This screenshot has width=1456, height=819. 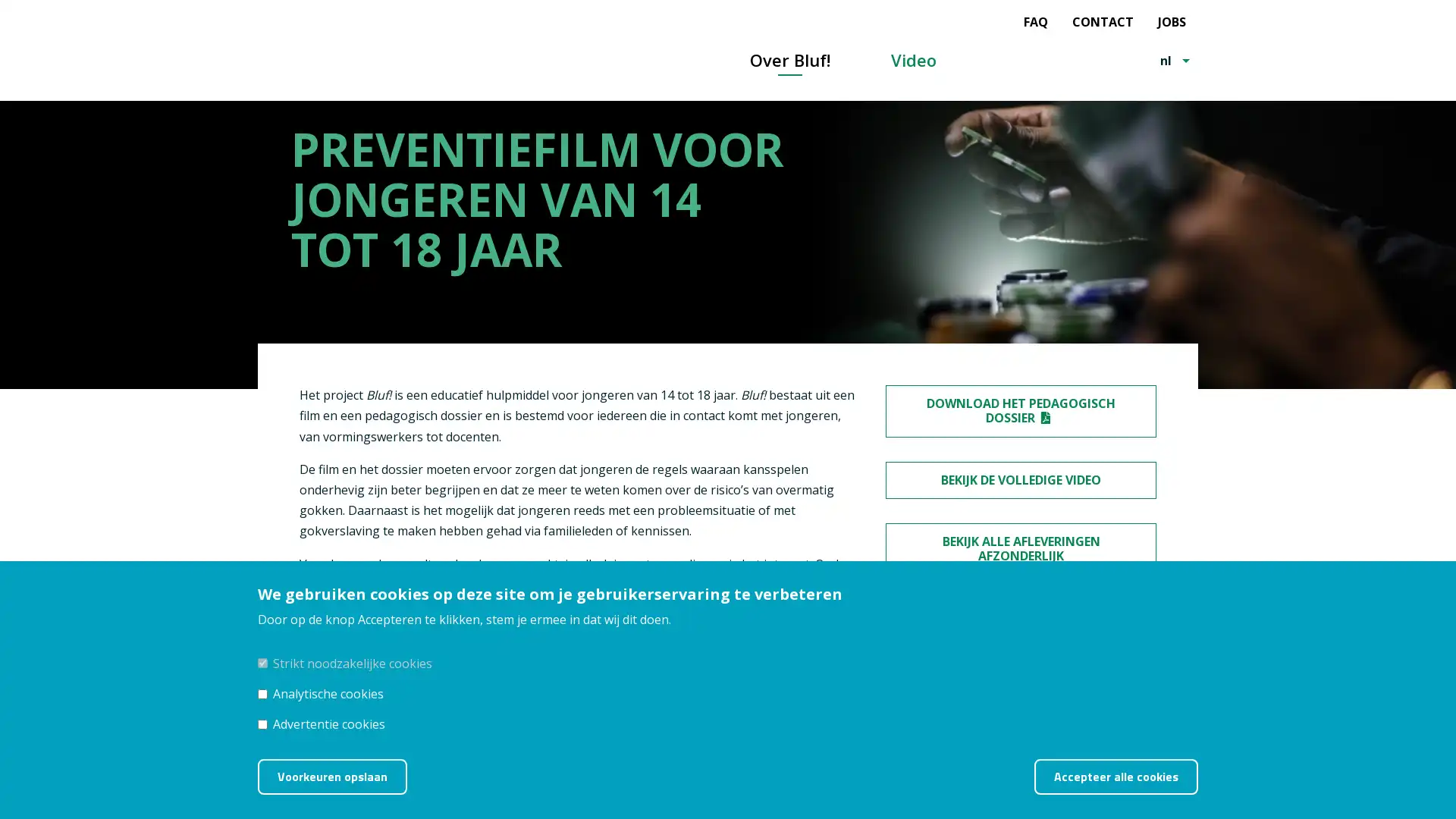 What do you see at coordinates (331, 776) in the screenshot?
I see `Voorkeuren opslaan` at bounding box center [331, 776].